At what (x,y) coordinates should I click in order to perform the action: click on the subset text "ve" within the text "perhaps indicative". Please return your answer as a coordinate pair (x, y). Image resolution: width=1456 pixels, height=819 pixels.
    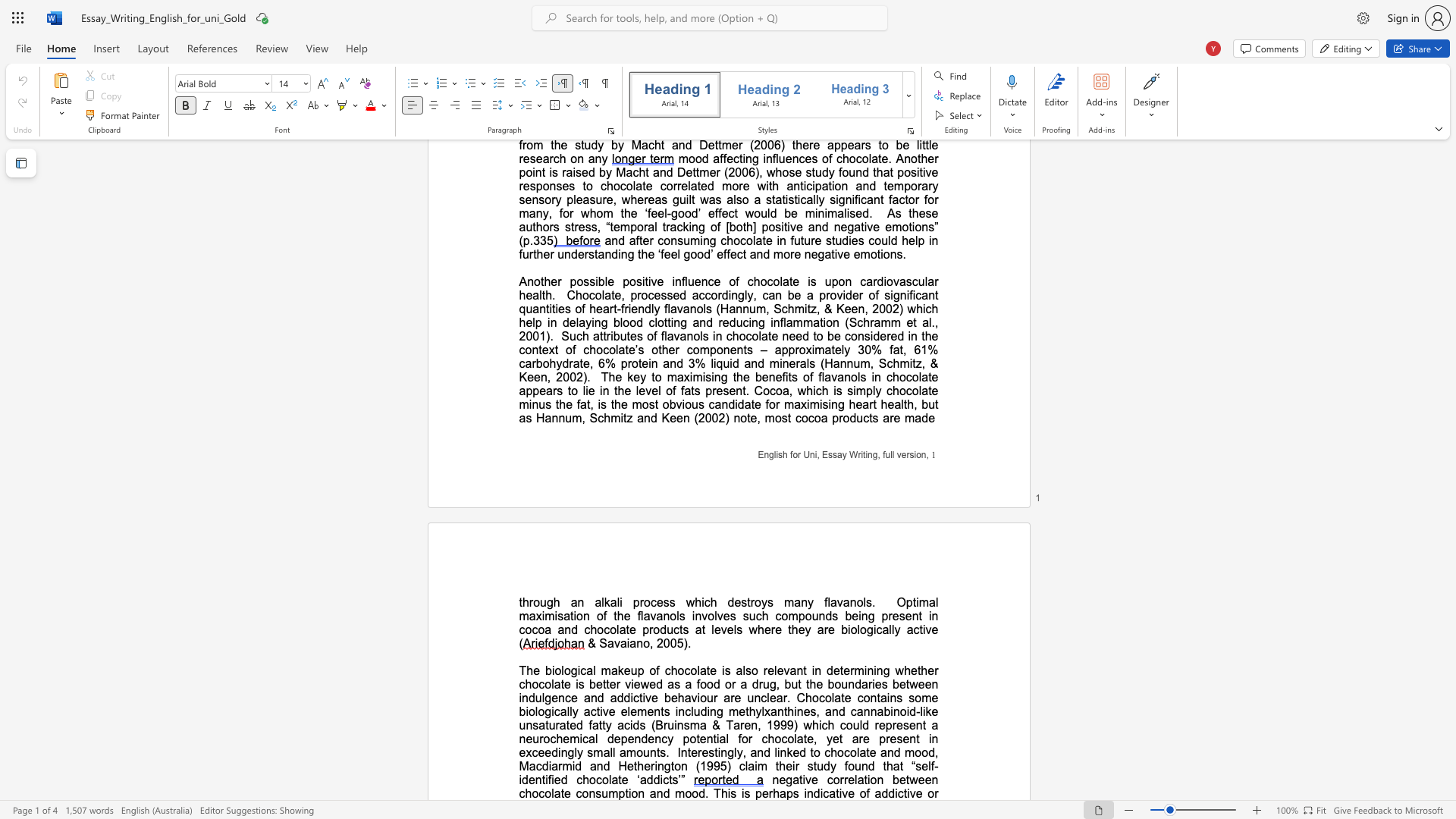
    Looking at the image, I should click on (841, 792).